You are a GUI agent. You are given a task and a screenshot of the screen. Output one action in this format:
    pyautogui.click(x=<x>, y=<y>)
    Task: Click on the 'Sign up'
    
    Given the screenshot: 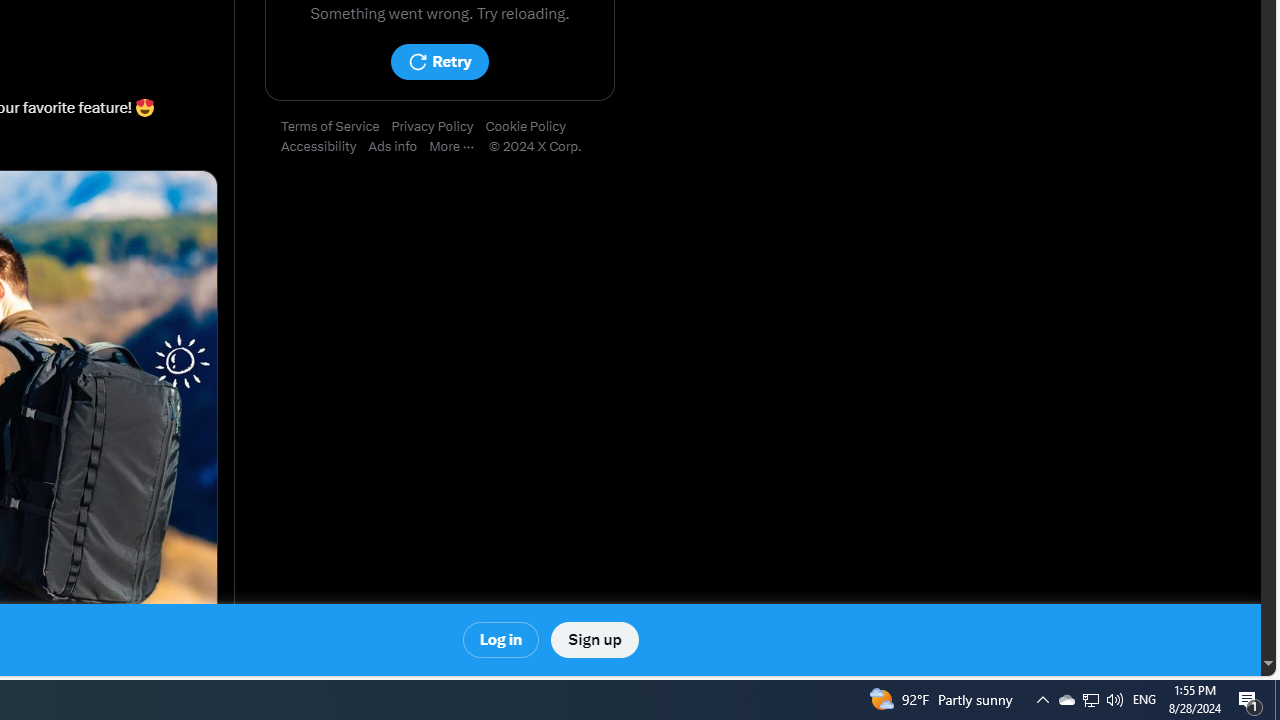 What is the action you would take?
    pyautogui.click(x=593, y=640)
    